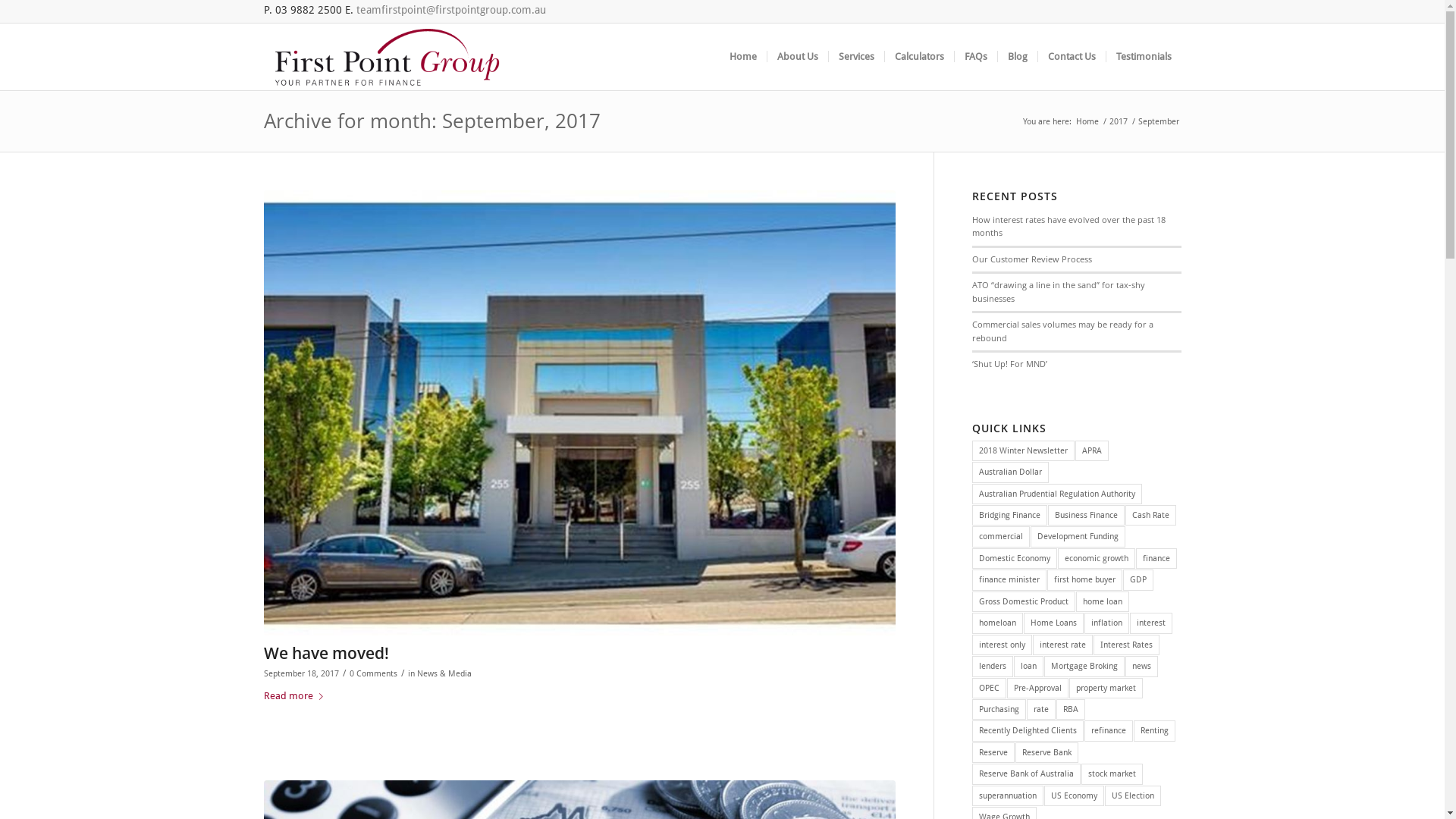  What do you see at coordinates (918, 55) in the screenshot?
I see `'Calculators'` at bounding box center [918, 55].